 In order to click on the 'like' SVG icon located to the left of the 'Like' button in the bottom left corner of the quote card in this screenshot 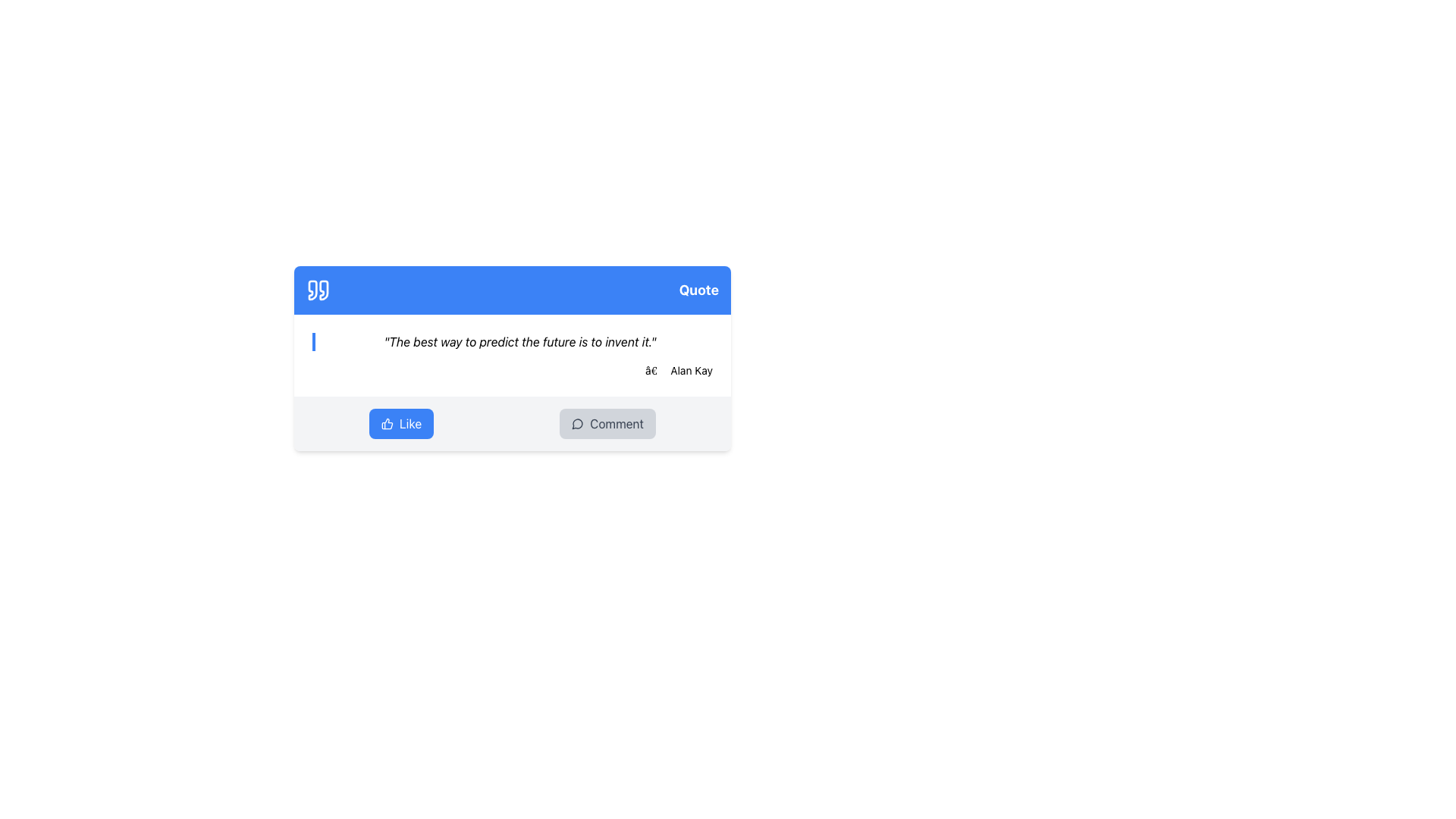, I will do `click(387, 424)`.